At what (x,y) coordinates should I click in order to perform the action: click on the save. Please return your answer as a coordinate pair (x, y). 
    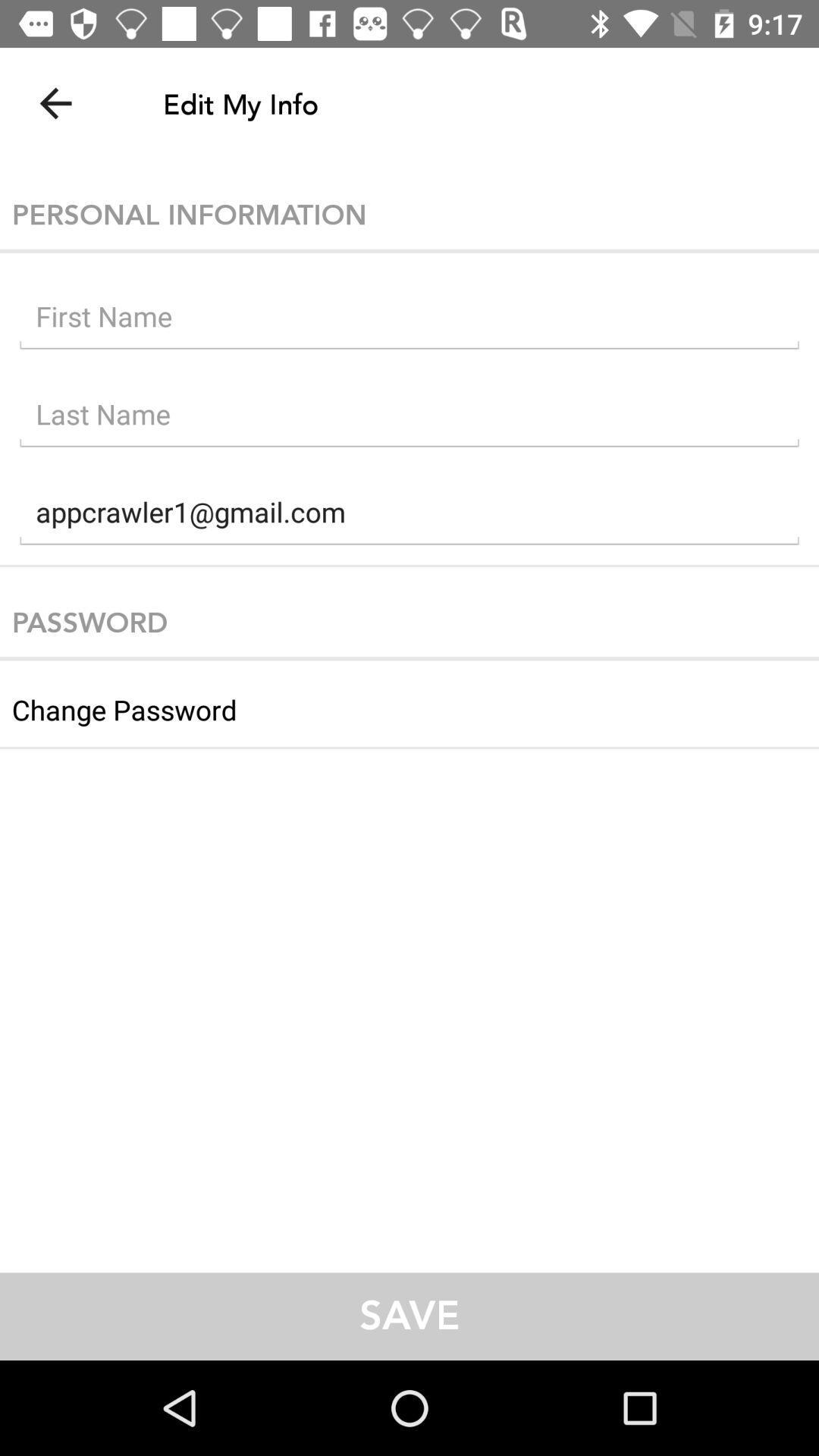
    Looking at the image, I should click on (409, 1316).